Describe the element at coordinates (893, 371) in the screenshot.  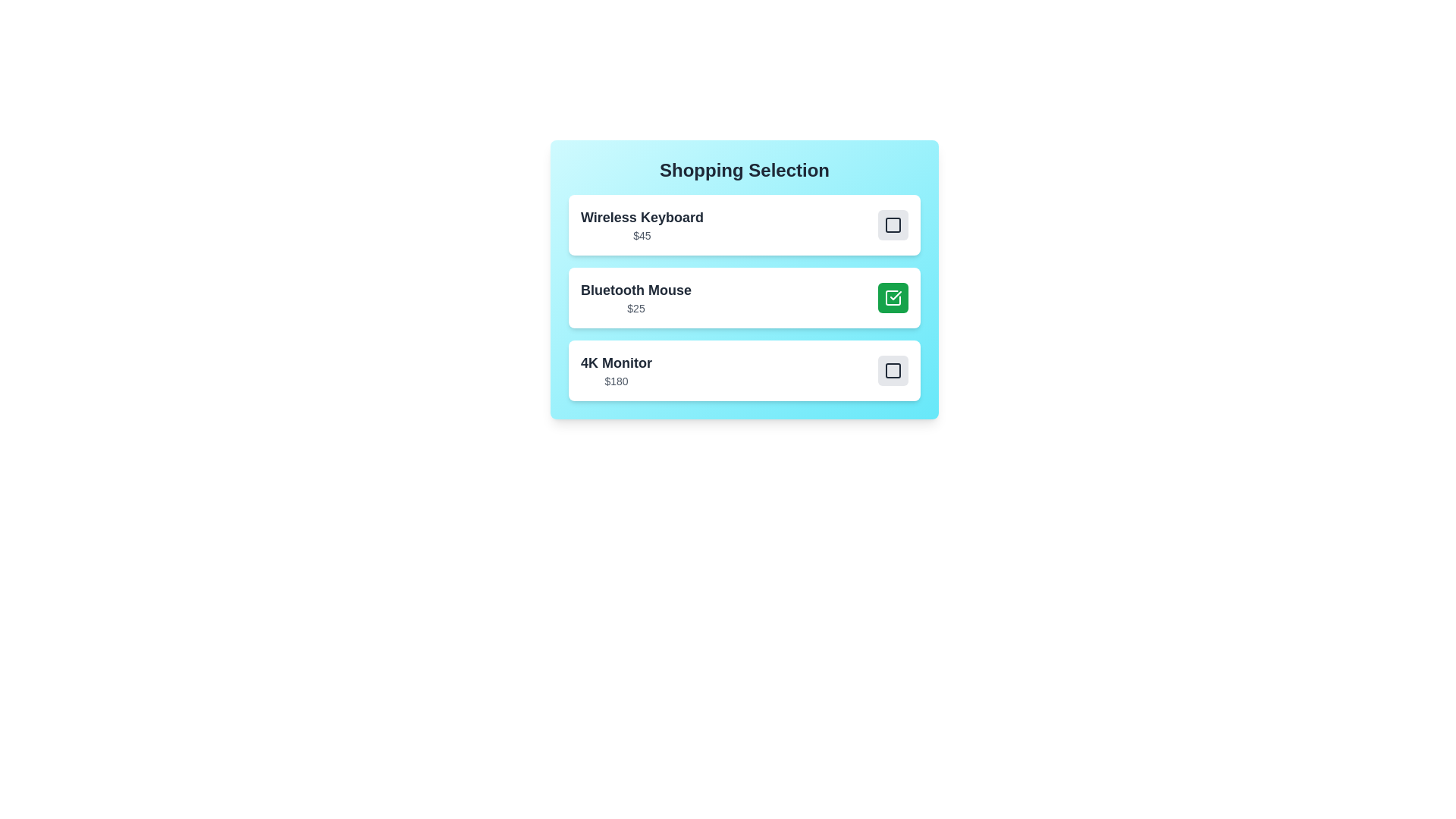
I see `the checkbox located in the bottom-right corner of the '4K Monitor' item row in the shopping list interface to observe potential visual feedback` at that location.